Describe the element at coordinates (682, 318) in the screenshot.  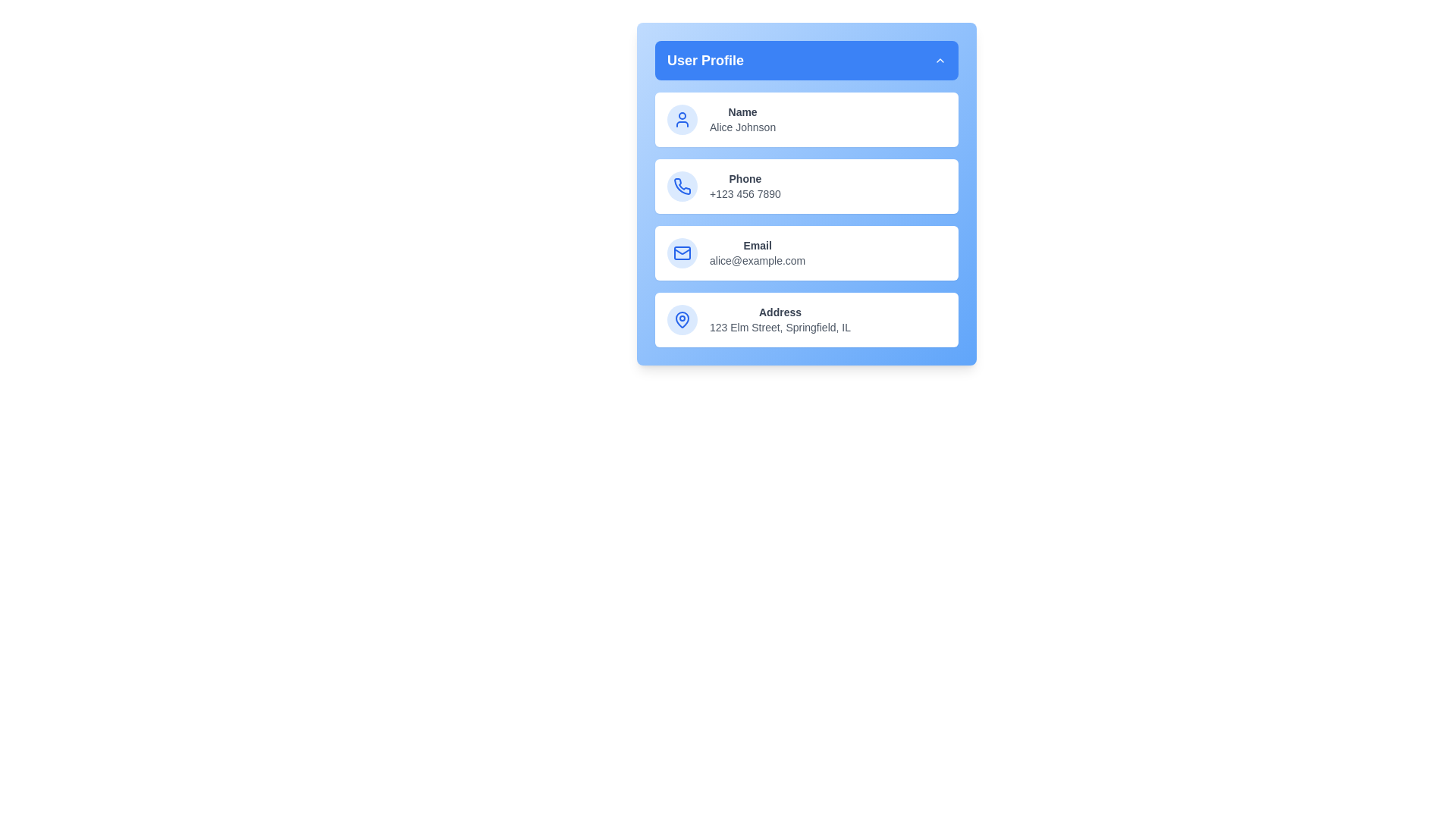
I see `the location icon in the left section of the 'Address' row, which is the fourth row of the profile card layout` at that location.